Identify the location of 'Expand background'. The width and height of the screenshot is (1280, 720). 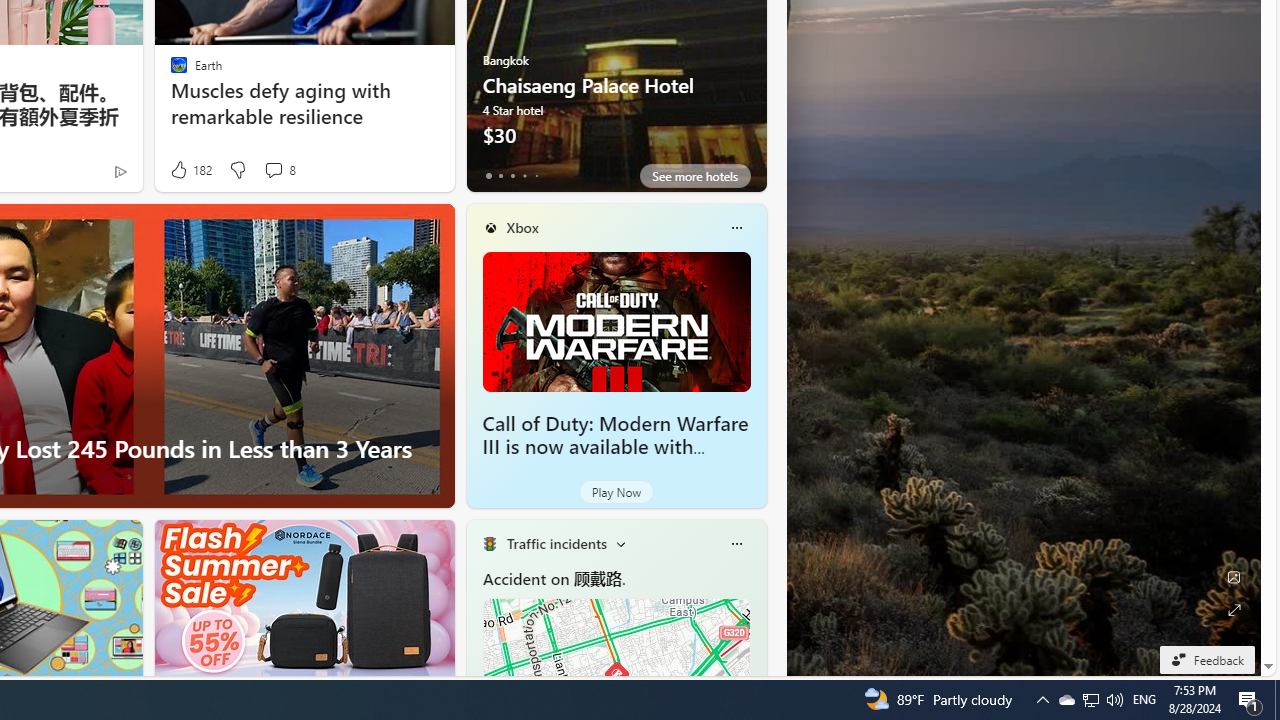
(1232, 609).